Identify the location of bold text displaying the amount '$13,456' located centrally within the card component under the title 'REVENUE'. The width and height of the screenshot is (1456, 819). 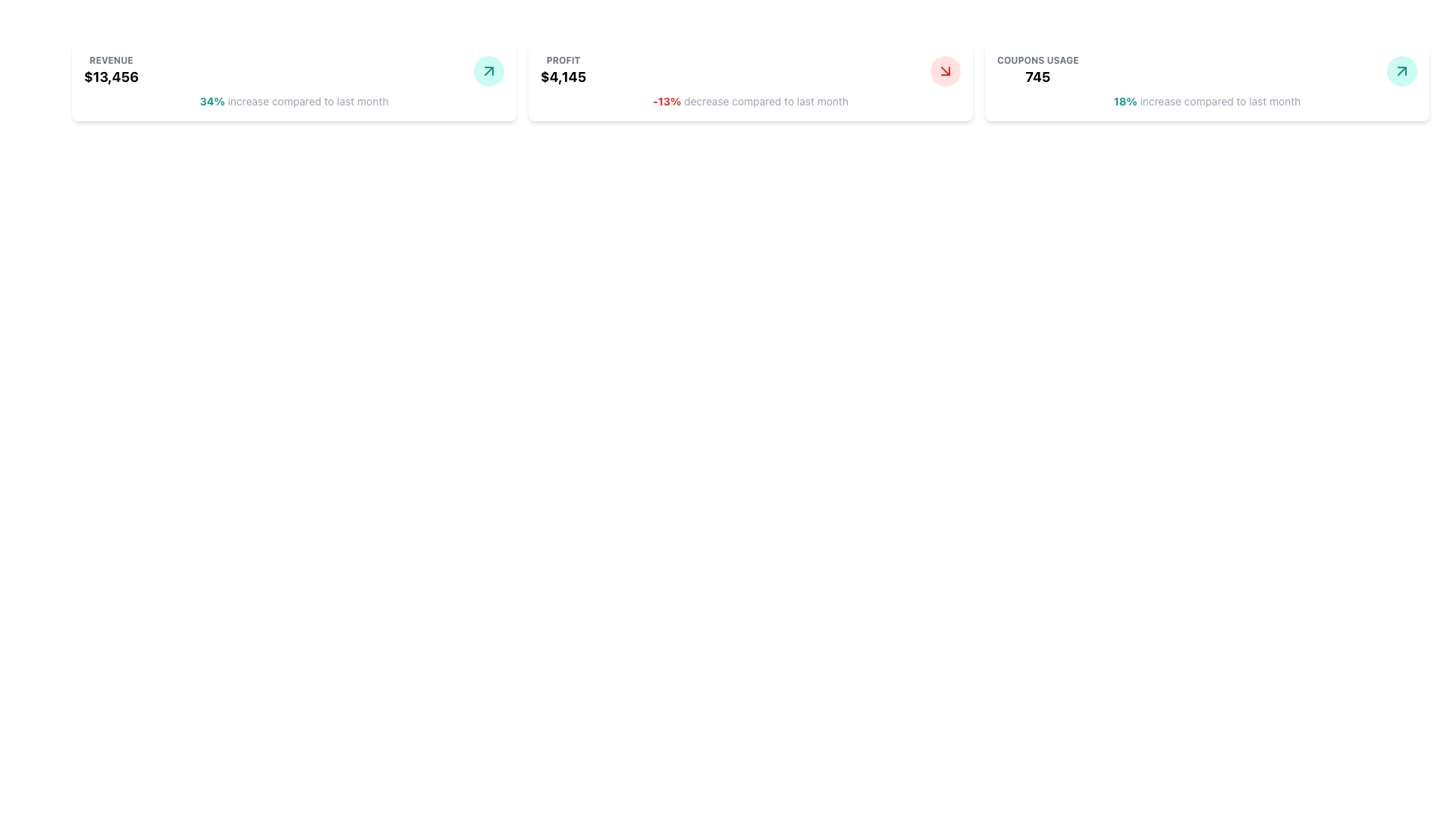
(111, 77).